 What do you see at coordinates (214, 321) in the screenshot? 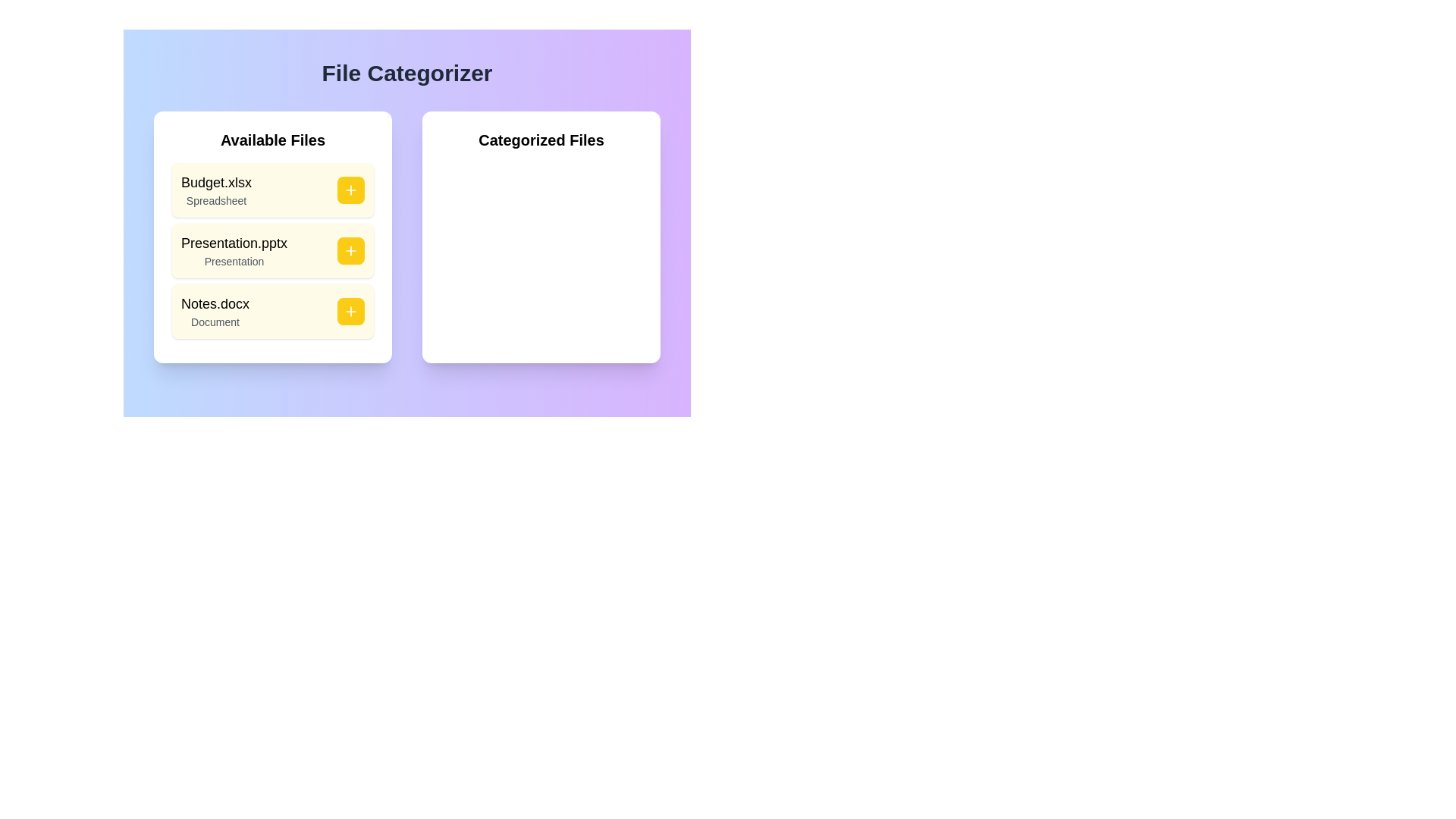
I see `the Static Text Label displaying the word 'Document' in gray font, located beneath 'Notes.docx' within the 'Available Files' panel` at bounding box center [214, 321].